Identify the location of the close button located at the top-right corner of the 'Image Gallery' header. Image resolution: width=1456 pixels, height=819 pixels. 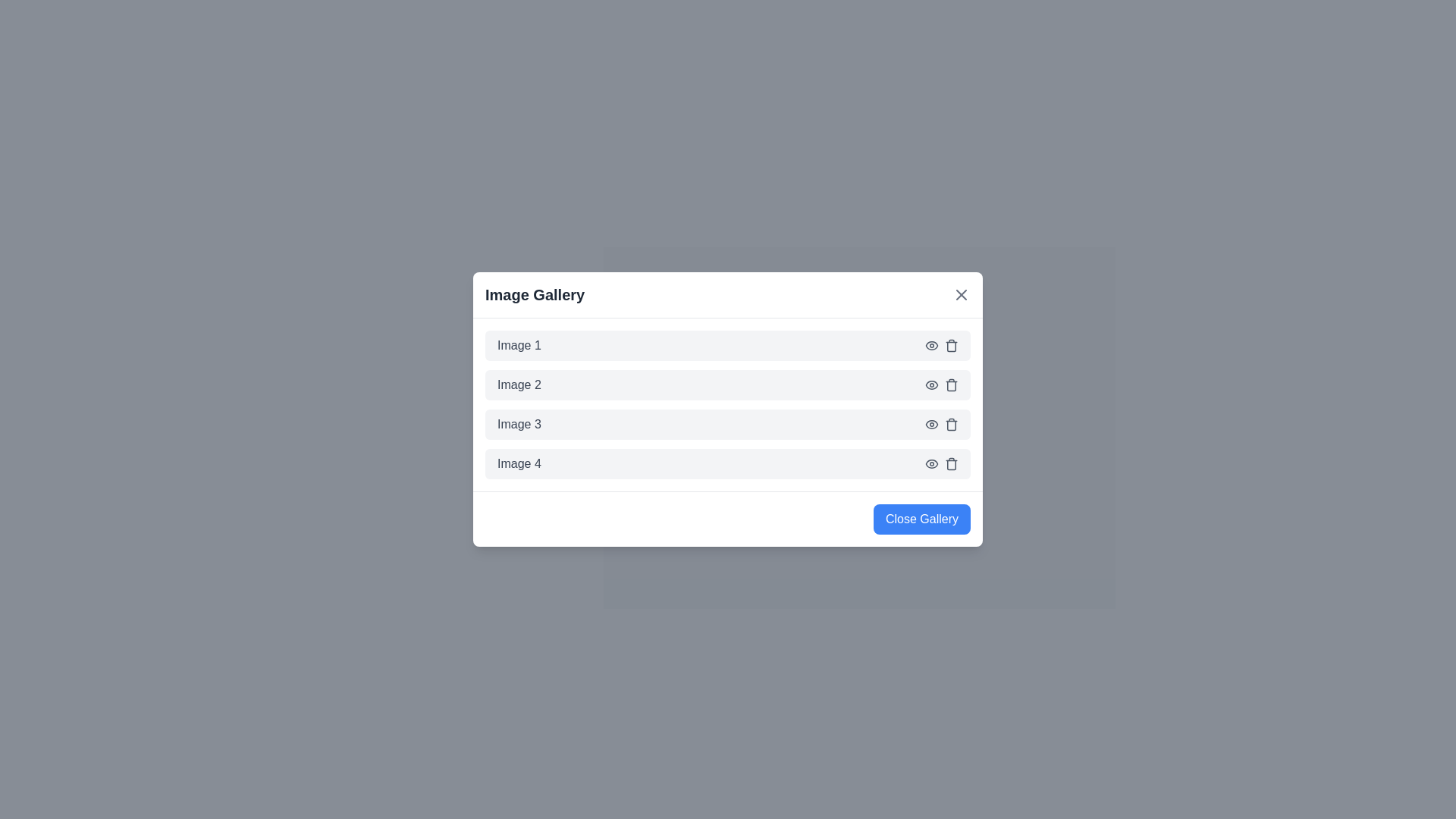
(960, 295).